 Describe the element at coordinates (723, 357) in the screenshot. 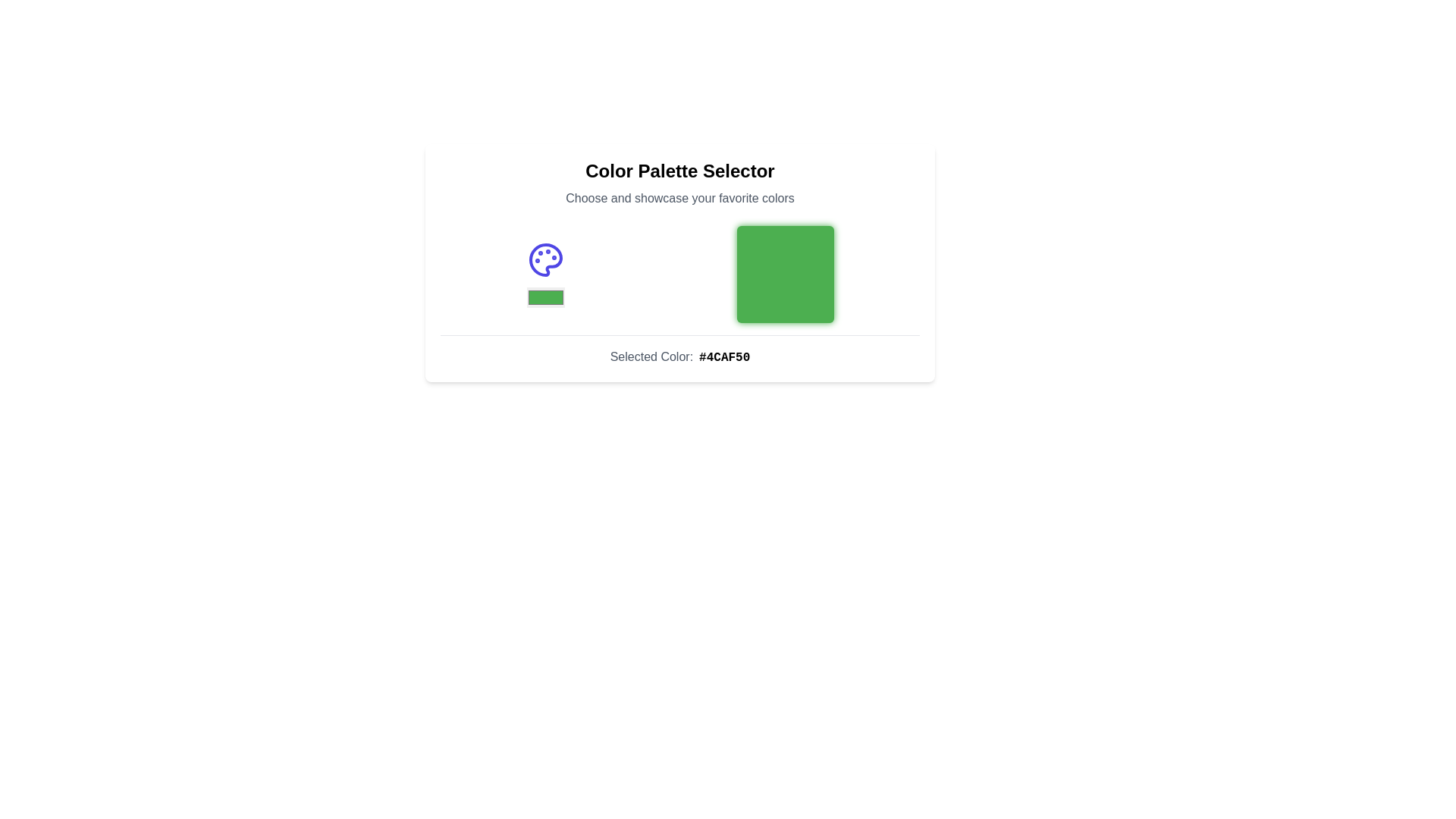

I see `text displayed in the Text Label that shows the hexadecimal code of the currently selected color, which is '#4CAF50', situated below the color palette` at that location.